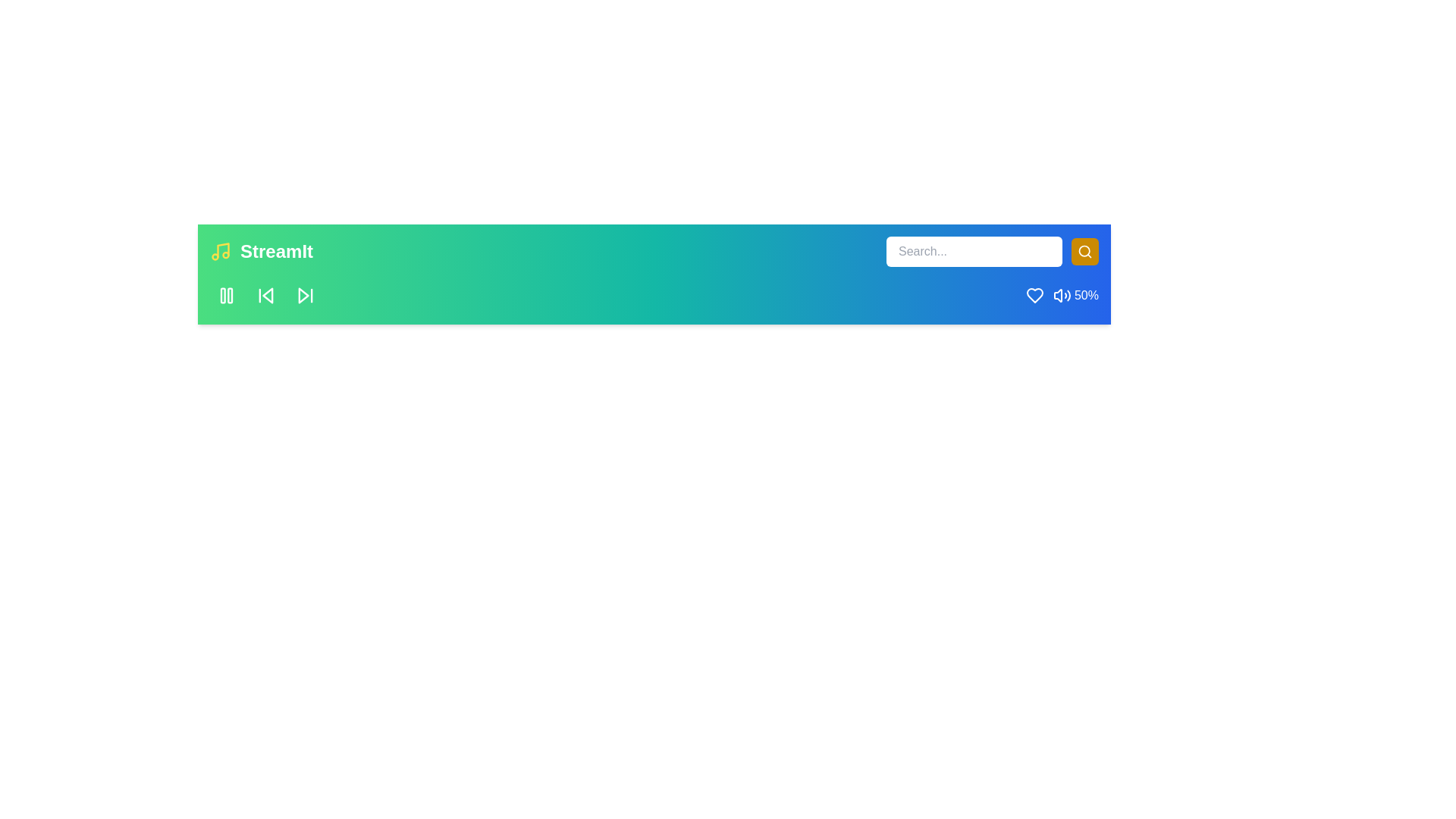  I want to click on the volume to 73% by interacting with the volume control, so click(1065, 295).